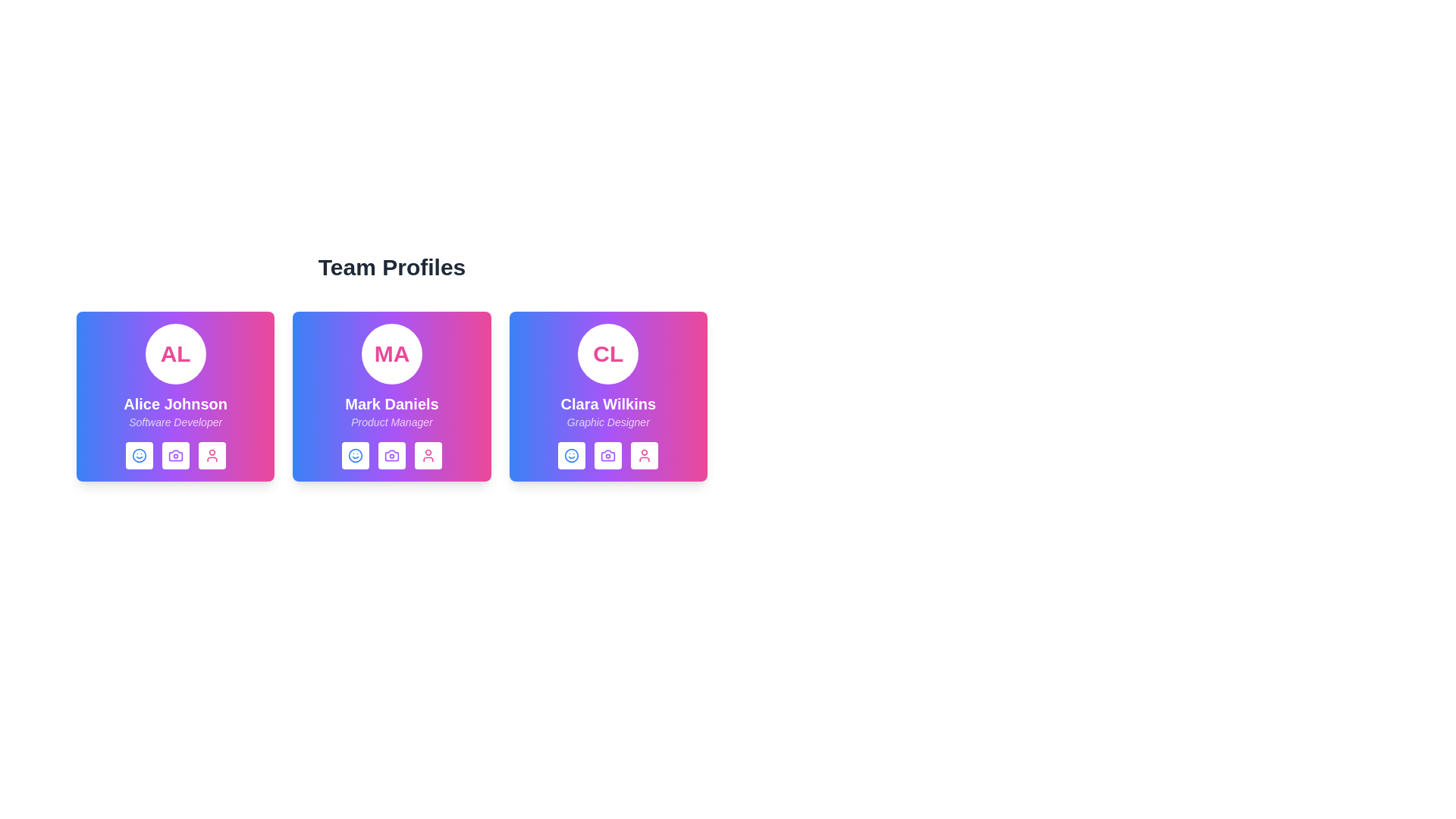  What do you see at coordinates (392, 455) in the screenshot?
I see `the square button with a purple border and camera icon located in the center of the team profile section for Mark Daniels` at bounding box center [392, 455].